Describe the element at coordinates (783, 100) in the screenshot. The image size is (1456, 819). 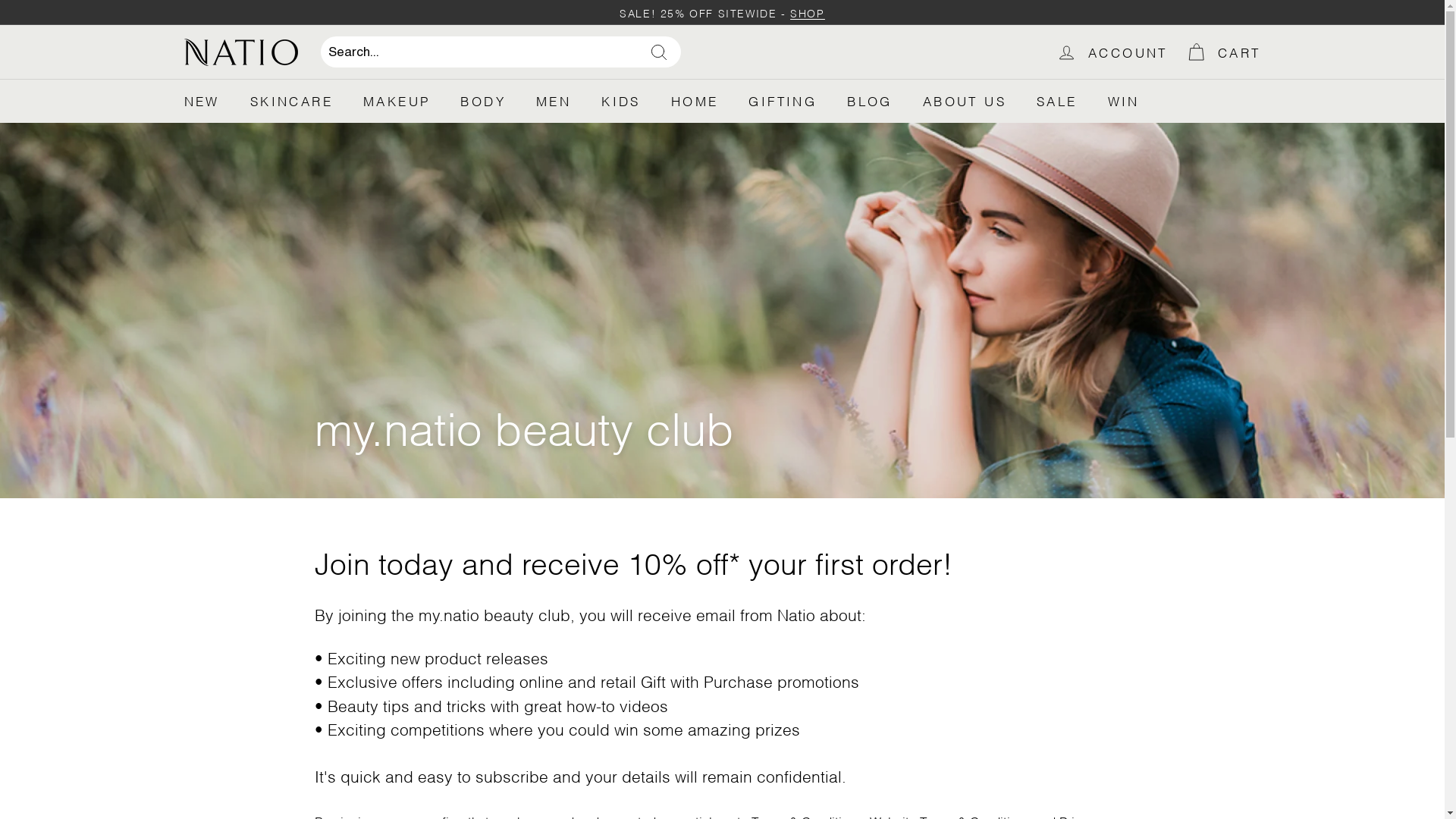
I see `'GIFTING'` at that location.